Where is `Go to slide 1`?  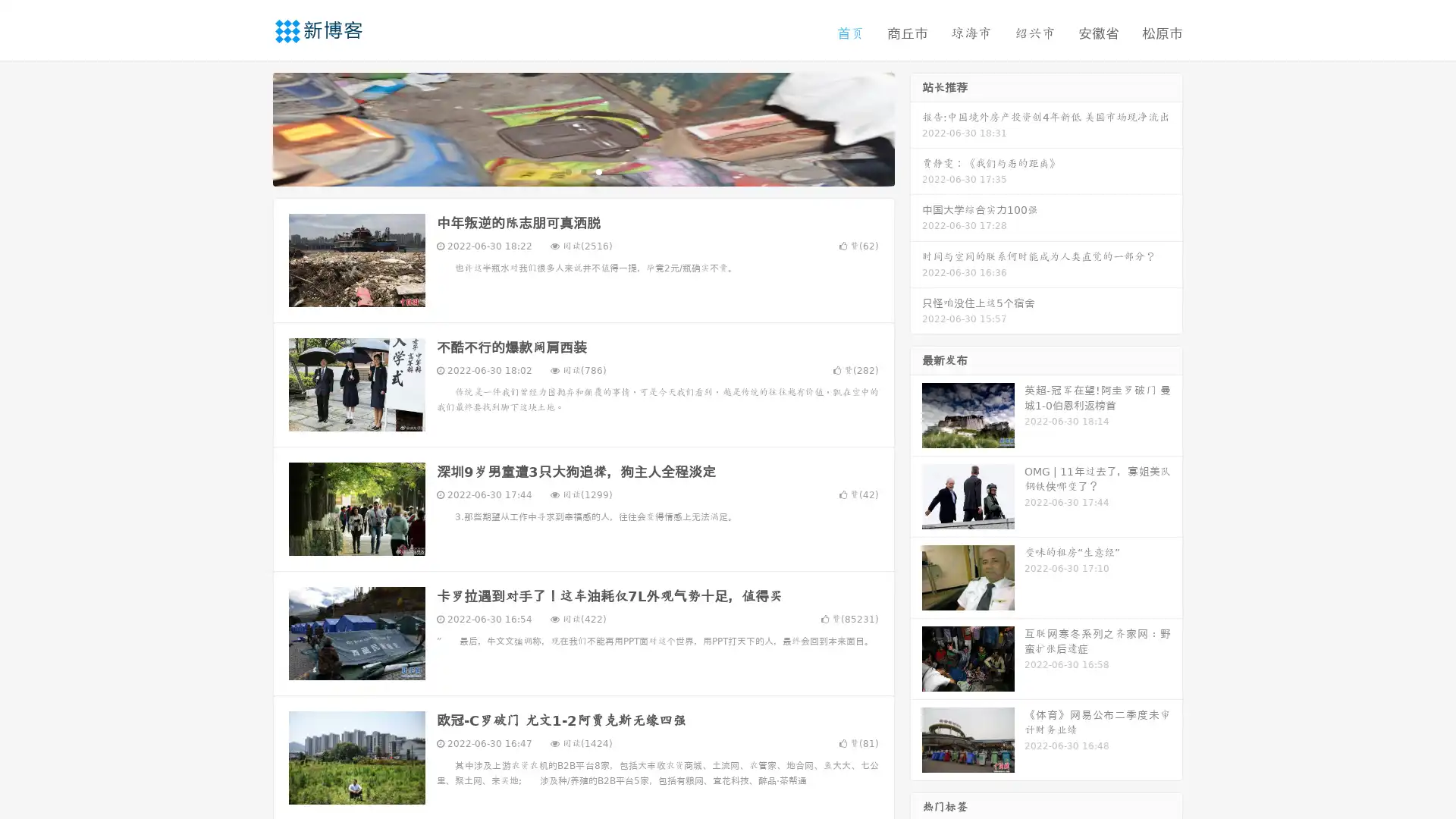
Go to slide 1 is located at coordinates (567, 171).